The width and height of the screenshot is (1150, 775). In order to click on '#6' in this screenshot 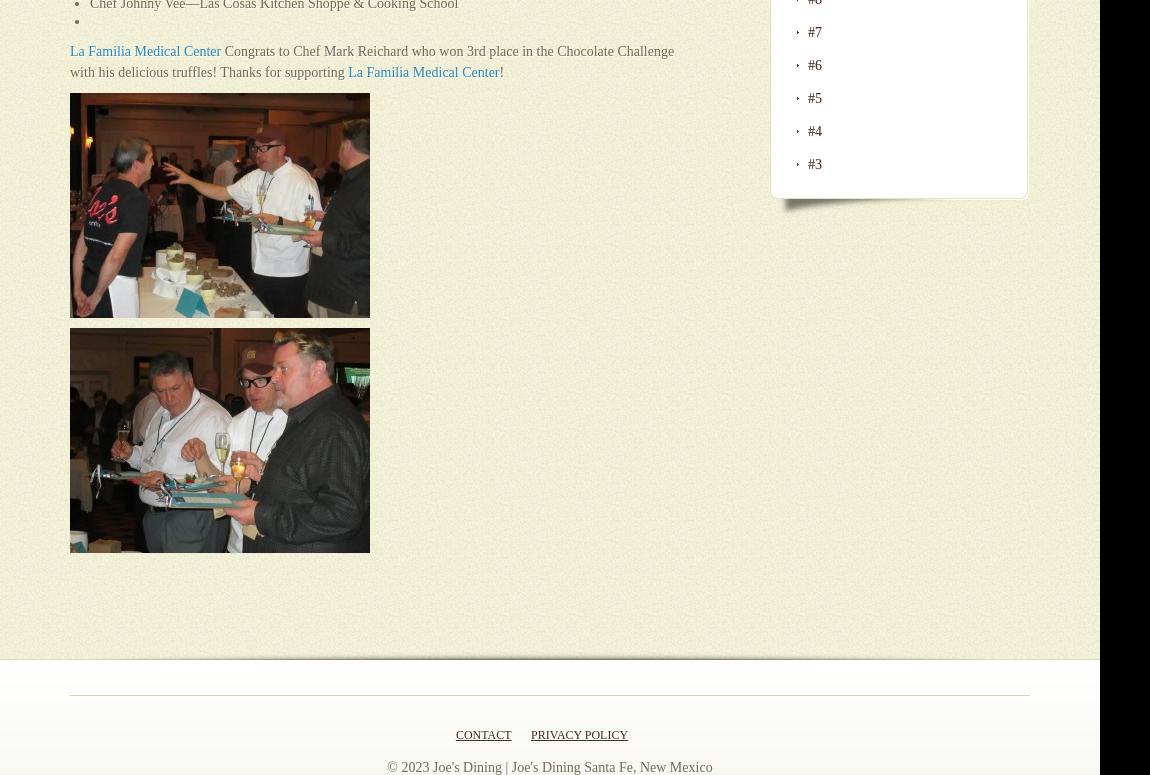, I will do `click(814, 64)`.